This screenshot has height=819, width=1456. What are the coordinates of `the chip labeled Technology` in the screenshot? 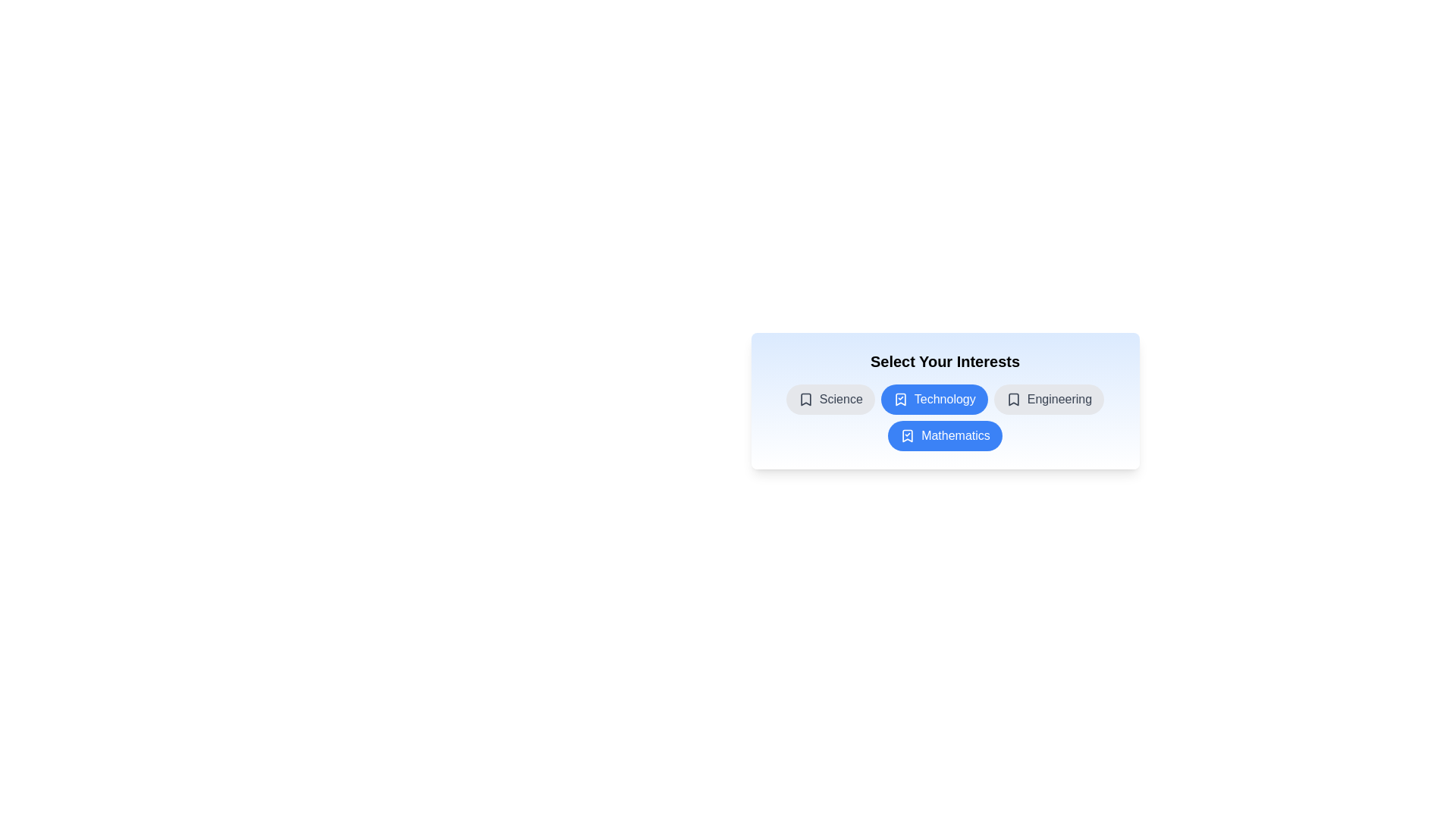 It's located at (934, 399).